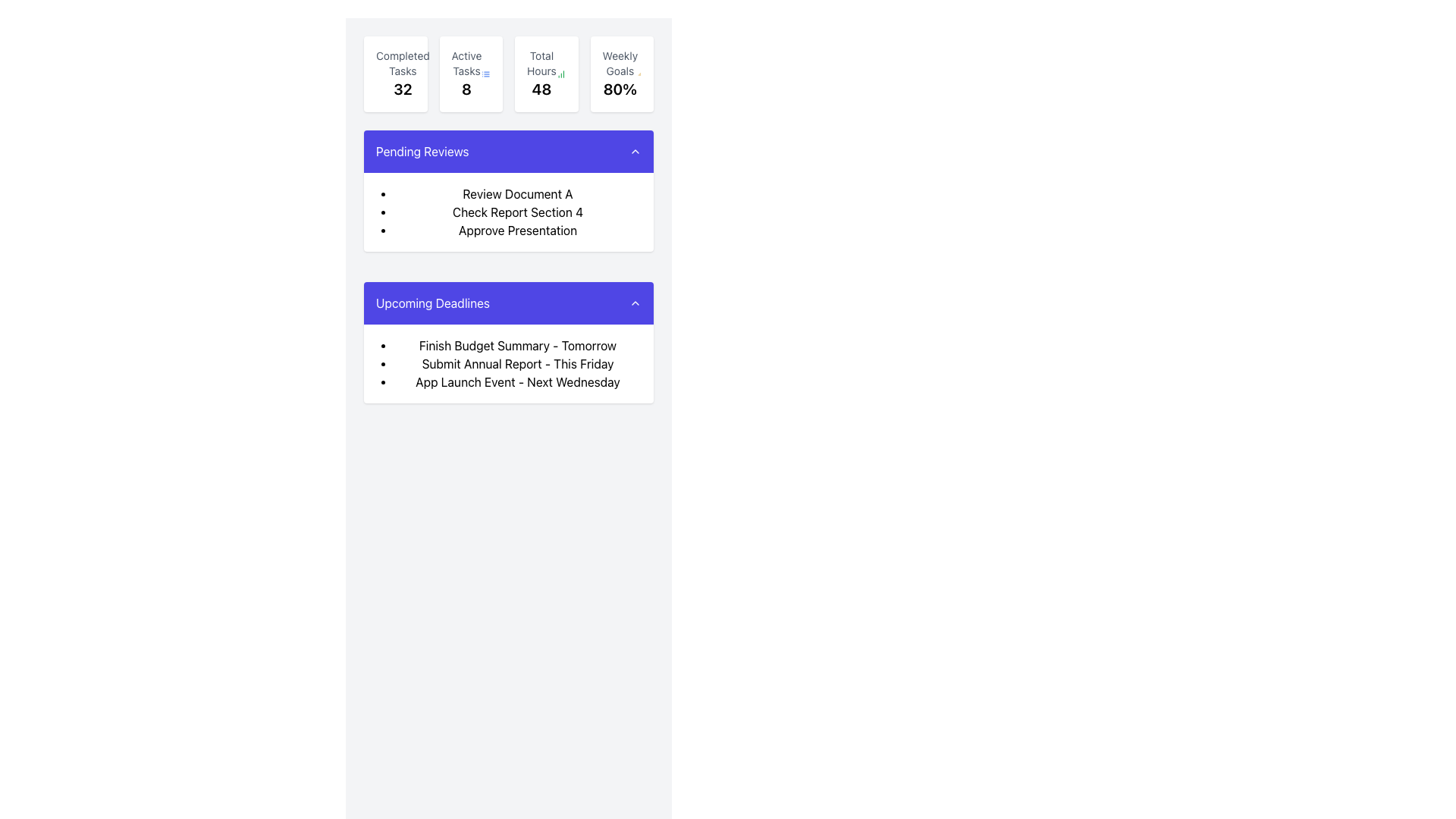  What do you see at coordinates (620, 89) in the screenshot?
I see `the text element that displays the numeric percentage value for weekly goals, located directly below 'Weekly Goals' and to the right of other statistics` at bounding box center [620, 89].